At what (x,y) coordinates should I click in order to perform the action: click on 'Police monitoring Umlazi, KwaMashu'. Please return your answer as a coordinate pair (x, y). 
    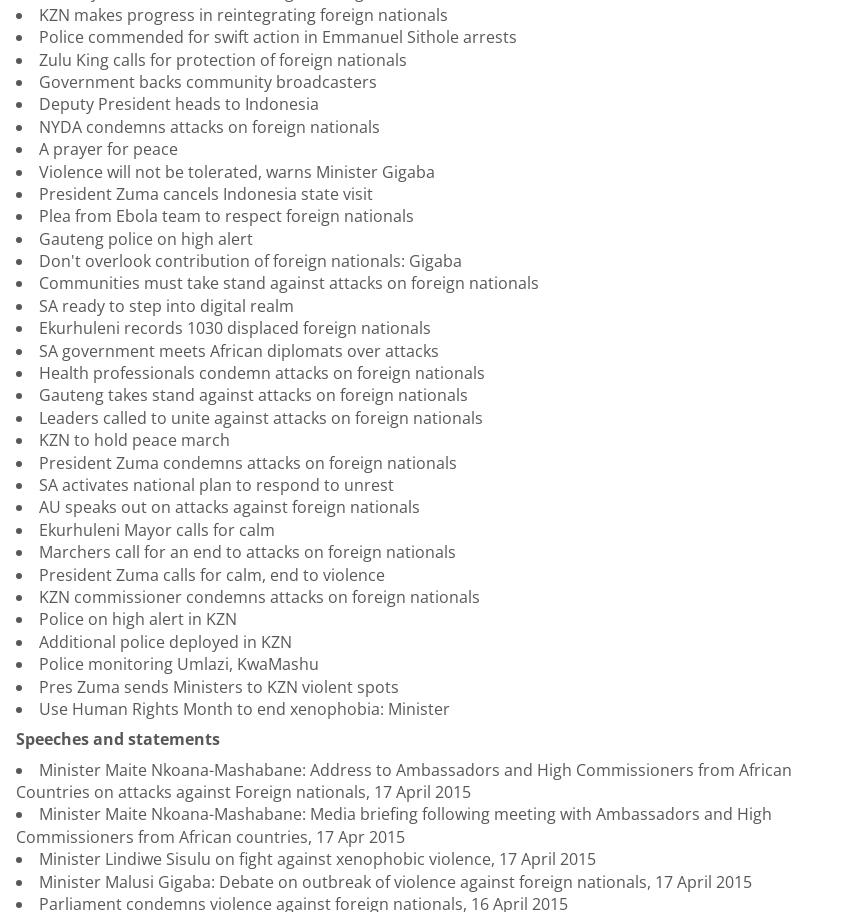
    Looking at the image, I should click on (178, 663).